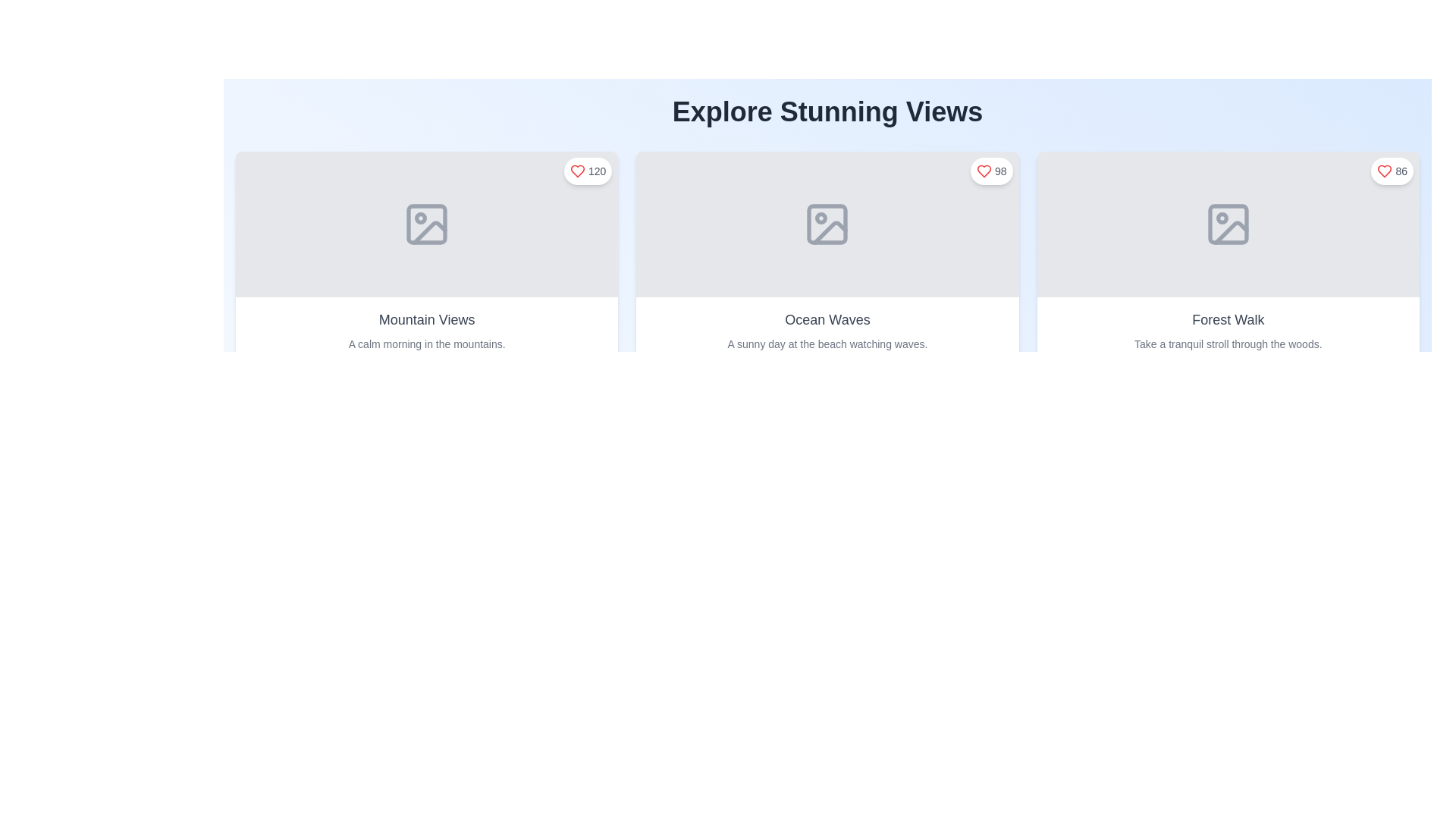 This screenshot has width=1456, height=819. Describe the element at coordinates (577, 171) in the screenshot. I see `the heart-shaped icon button filled with red color located at the top-right corner of the first item card in the 'Explore Stunning Views' section, which indicates a 'like' or 'favorite' feature` at that location.